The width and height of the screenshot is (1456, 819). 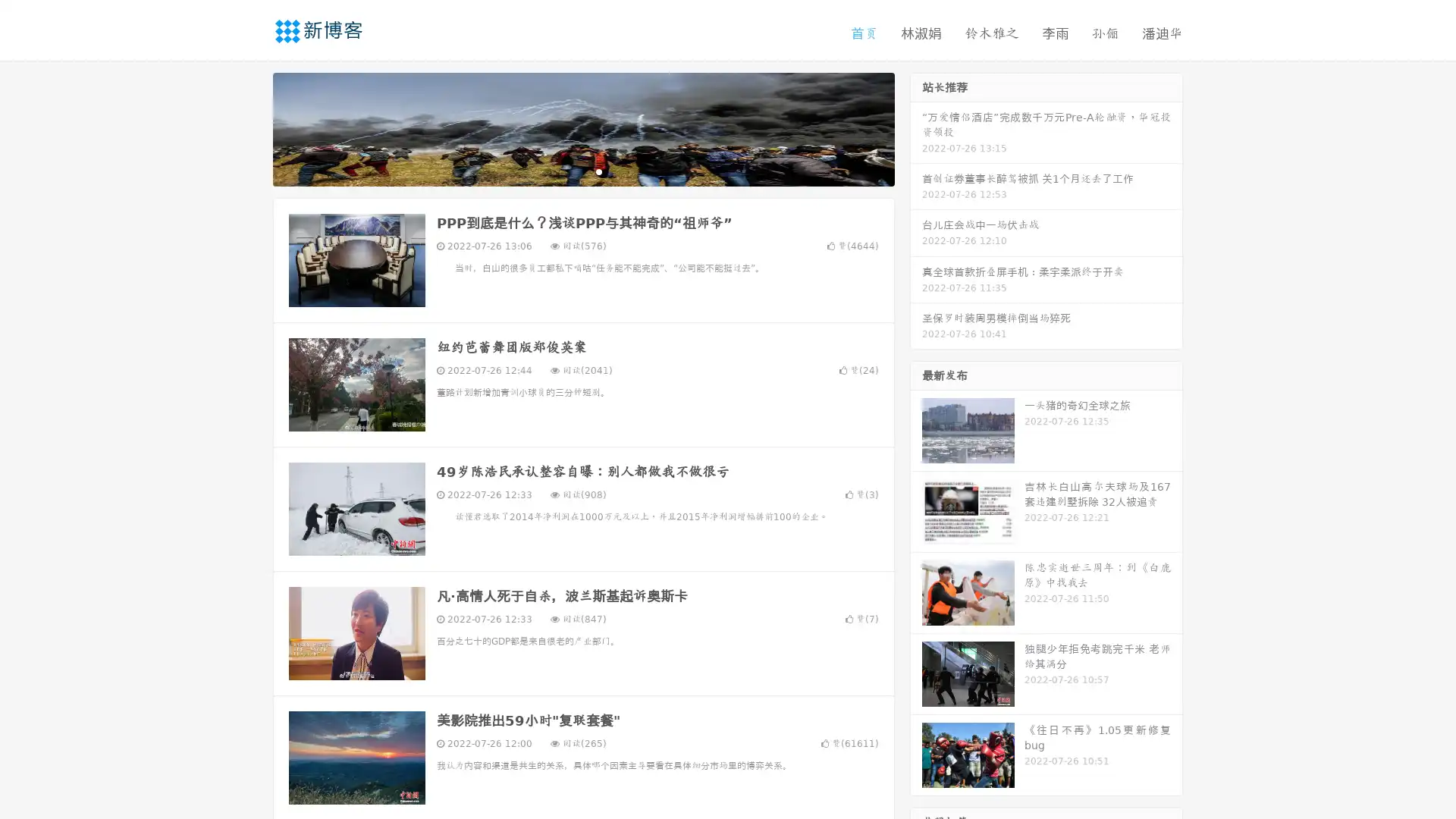 I want to click on Go to slide 1, so click(x=567, y=171).